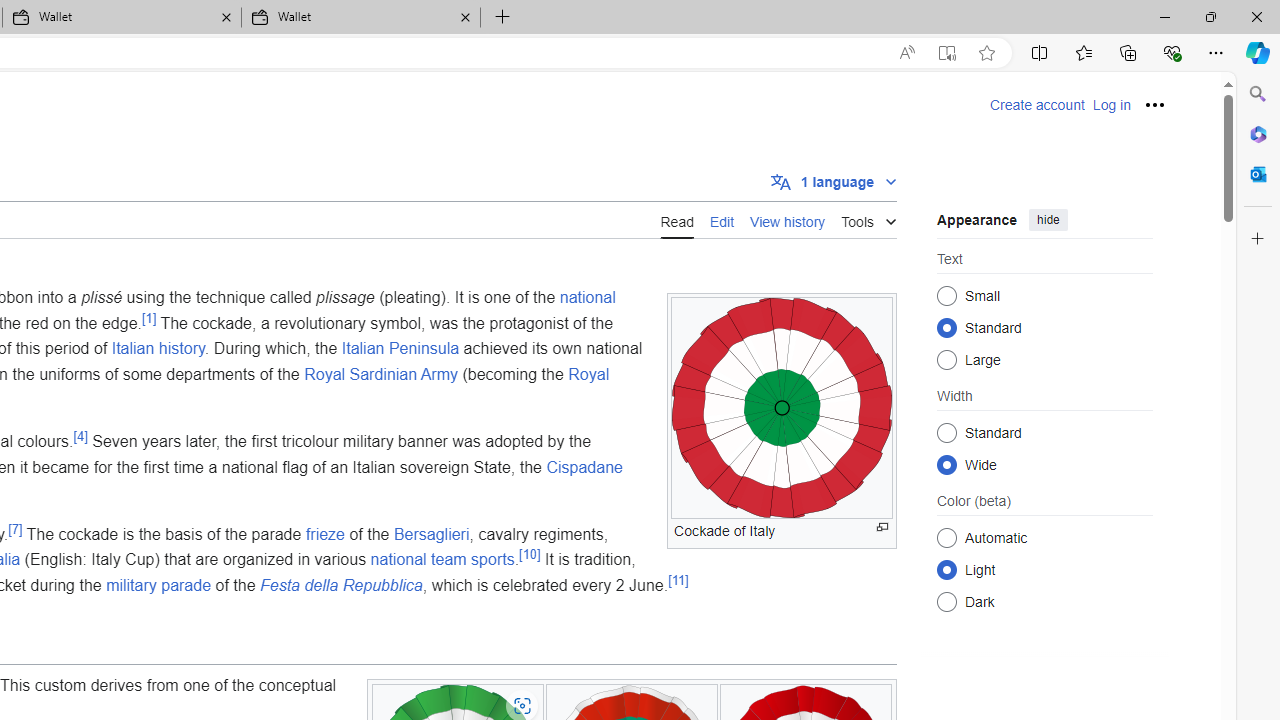 The width and height of the screenshot is (1280, 720). Describe the element at coordinates (400, 347) in the screenshot. I see `'Italian Peninsula'` at that location.